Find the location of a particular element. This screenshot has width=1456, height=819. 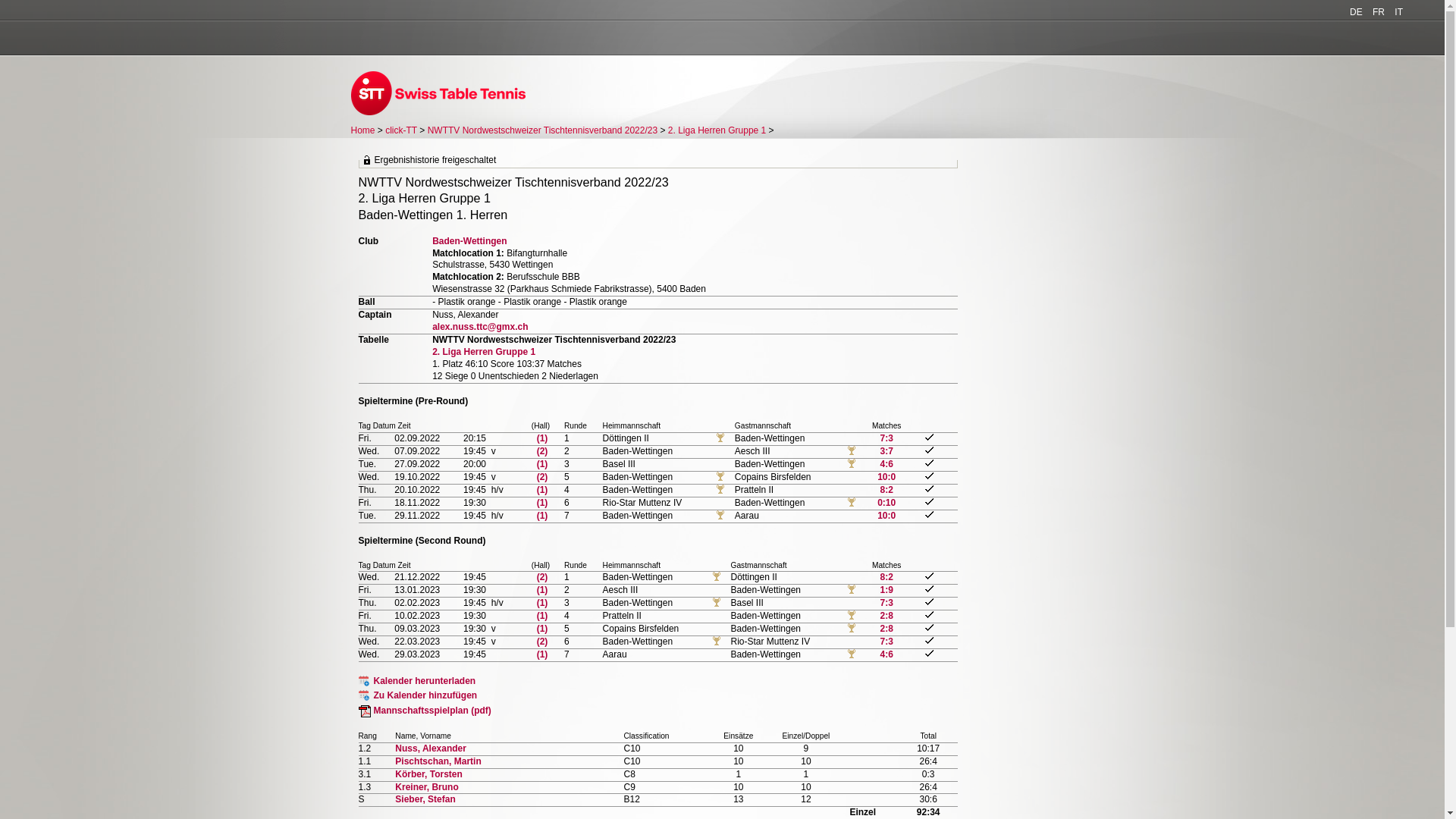

'Spielbericht genehmigt' is located at coordinates (928, 652).